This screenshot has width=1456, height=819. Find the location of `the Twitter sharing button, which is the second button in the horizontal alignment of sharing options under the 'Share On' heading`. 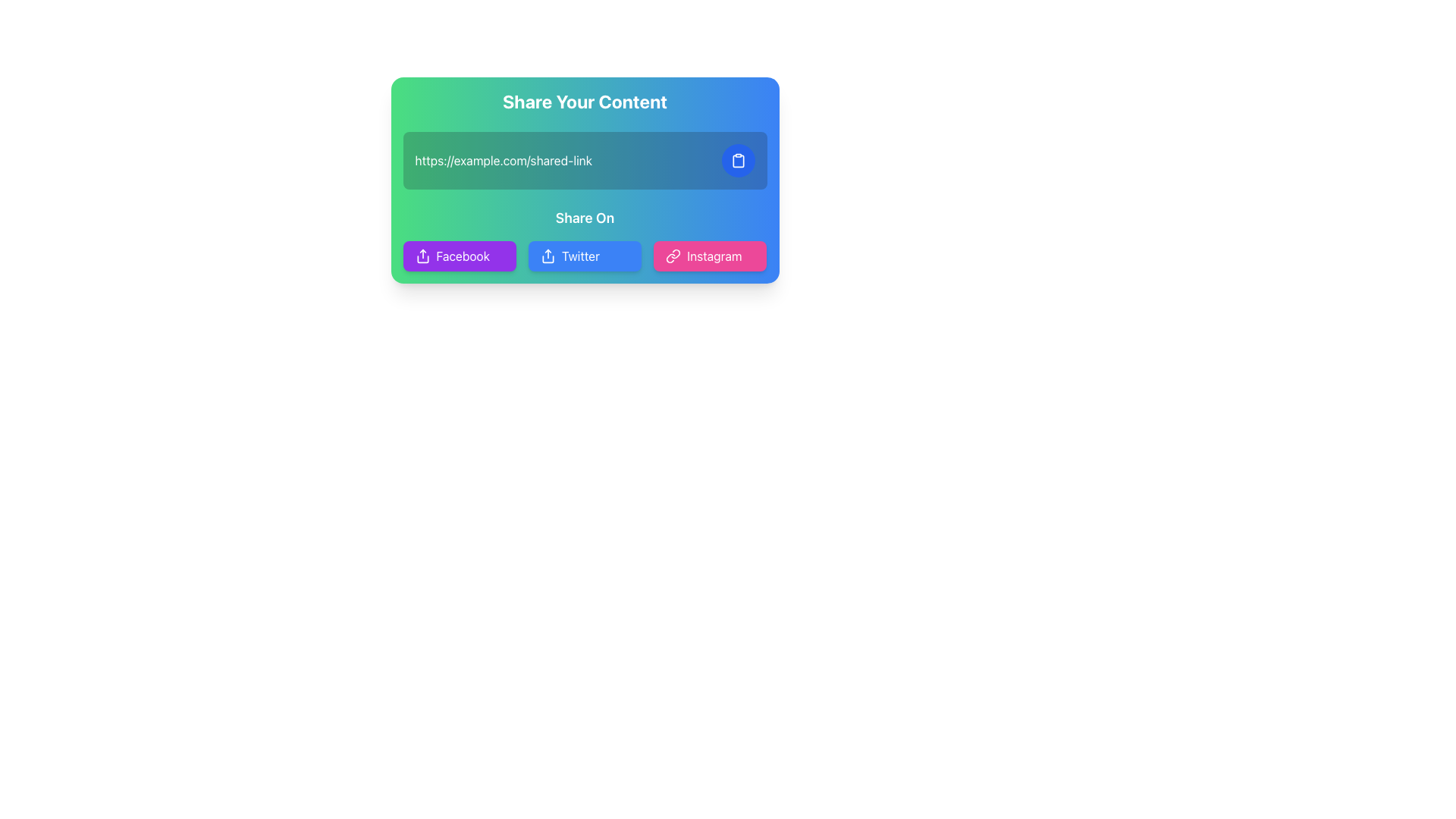

the Twitter sharing button, which is the second button in the horizontal alignment of sharing options under the 'Share On' heading is located at coordinates (584, 256).